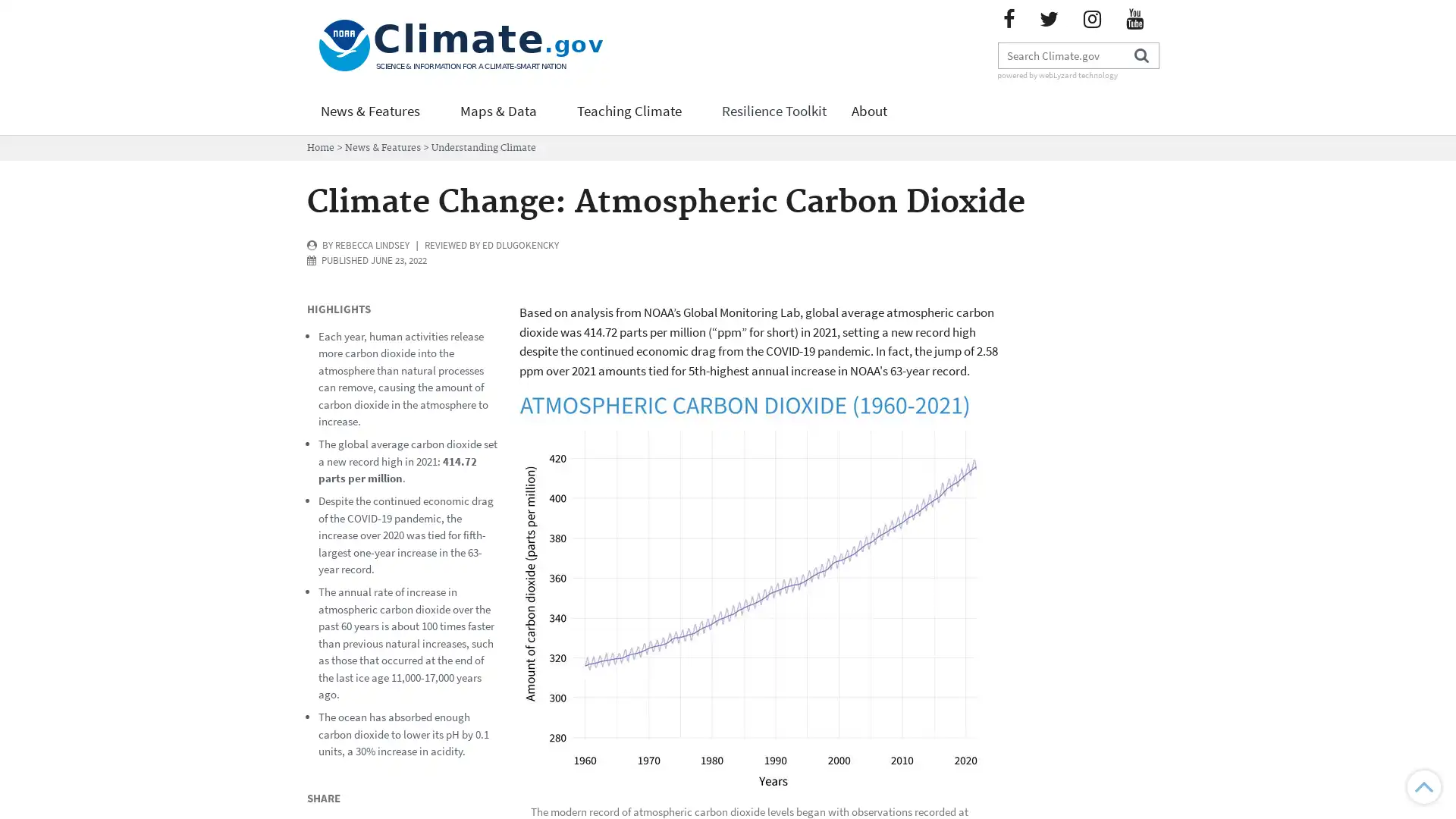 Image resolution: width=1456 pixels, height=819 pixels. What do you see at coordinates (1141, 54) in the screenshot?
I see `Search` at bounding box center [1141, 54].